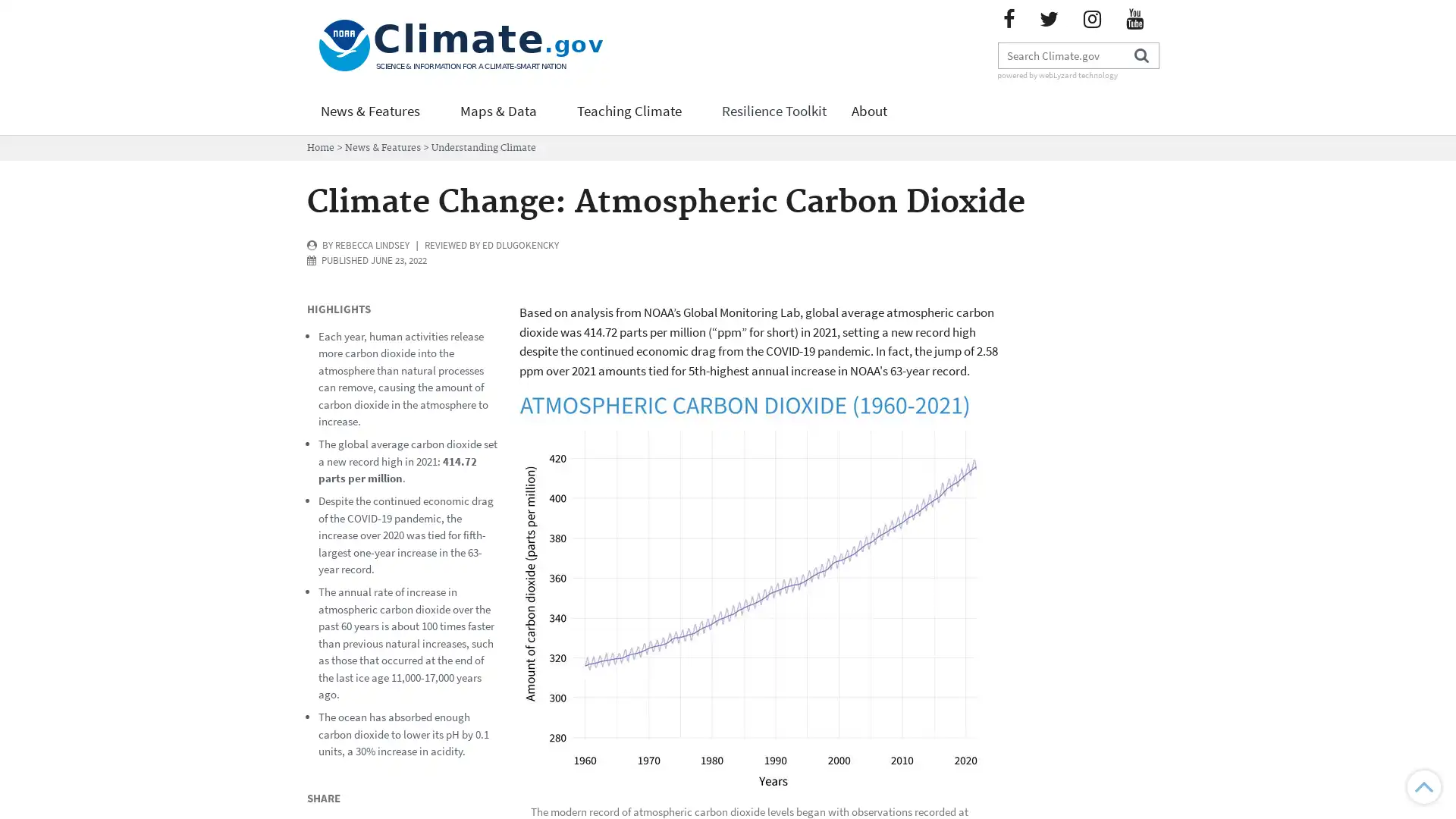 Image resolution: width=1456 pixels, height=819 pixels. What do you see at coordinates (1141, 54) in the screenshot?
I see `Search` at bounding box center [1141, 54].